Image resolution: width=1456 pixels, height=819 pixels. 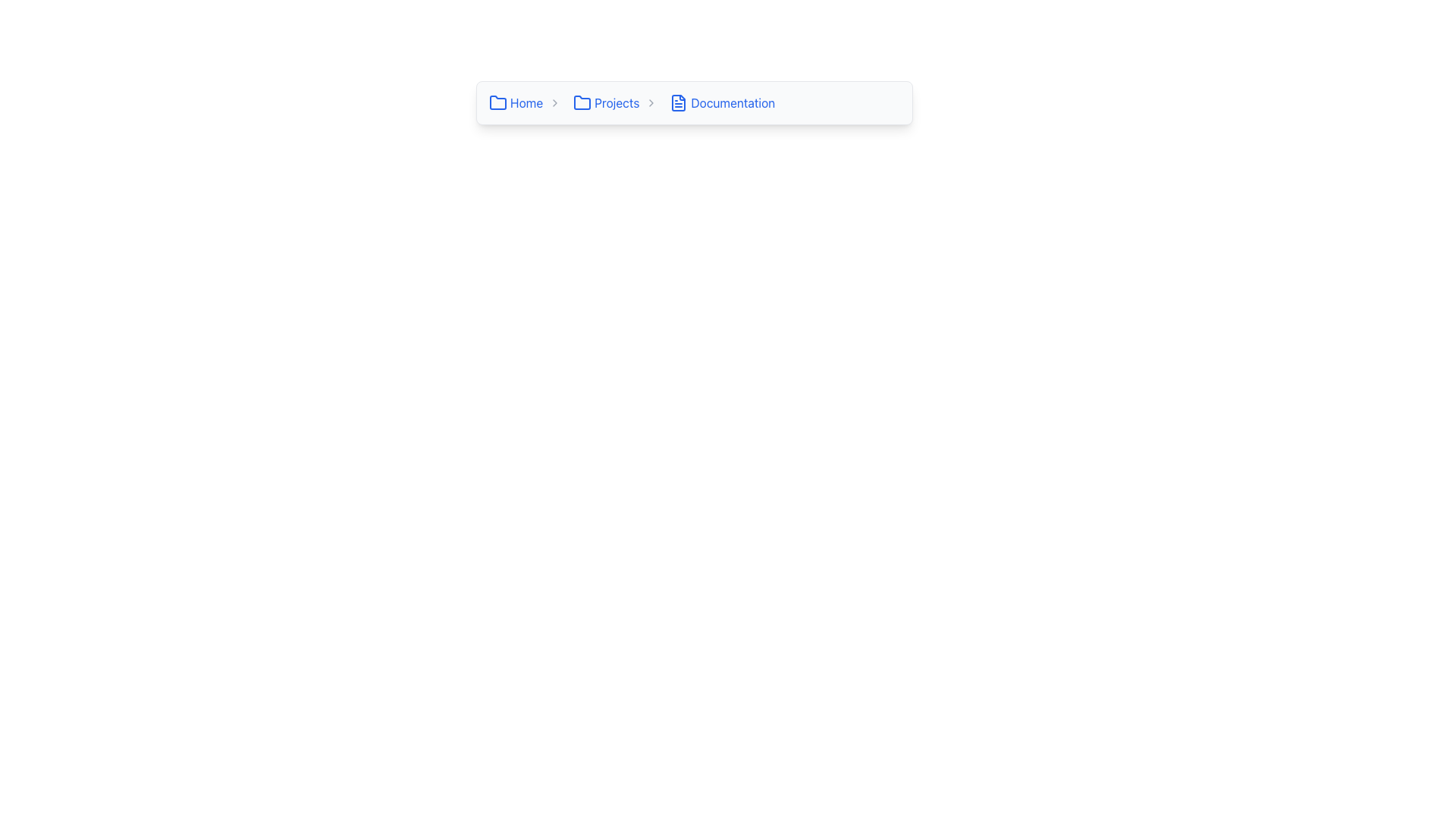 What do you see at coordinates (582, 102) in the screenshot?
I see `the blue folder icon located in the navigation bar, which is positioned immediately before the text 'Projects'` at bounding box center [582, 102].